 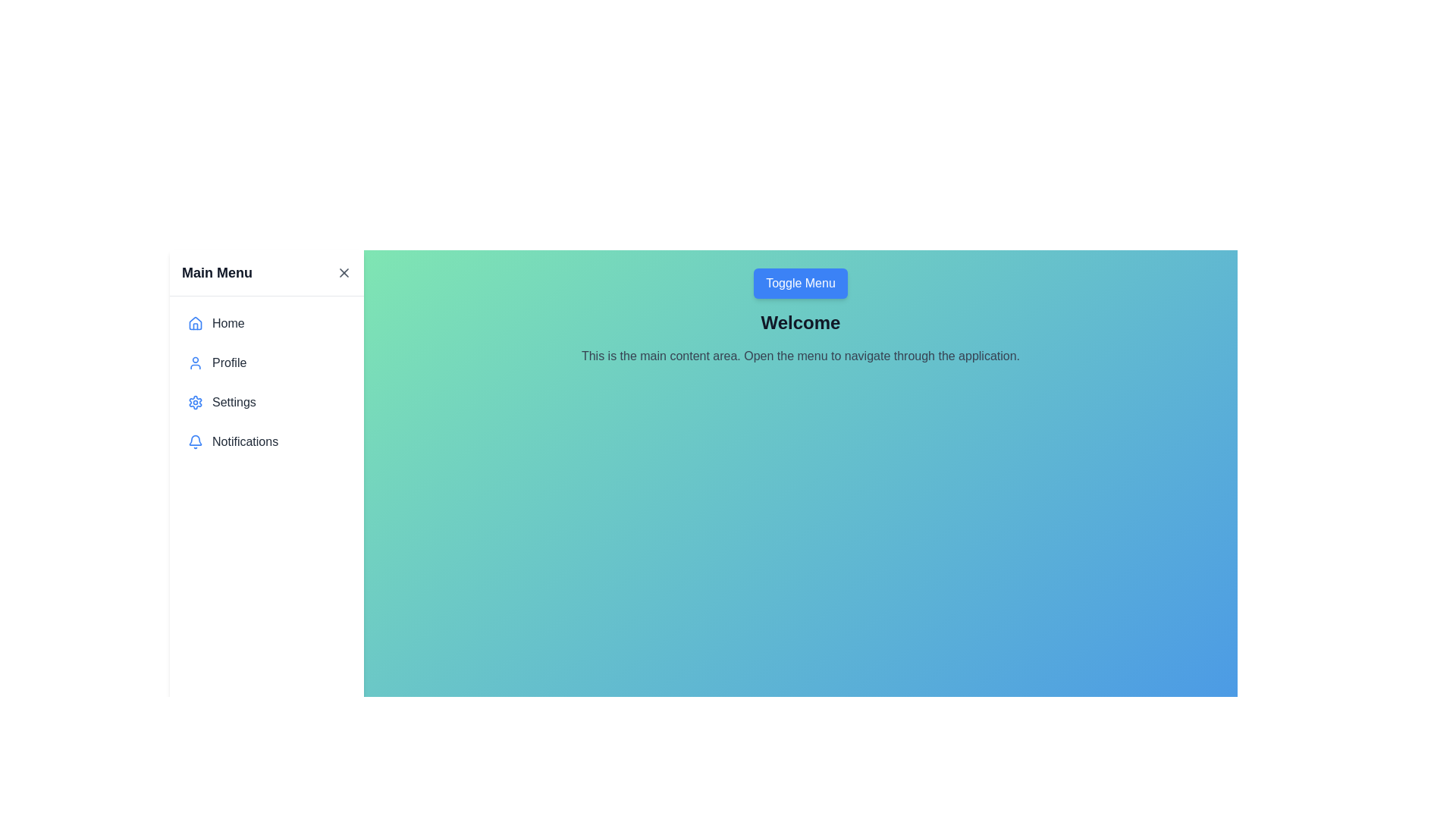 What do you see at coordinates (195, 362) in the screenshot?
I see `the user profile icon located in the sidebar menu under the 'Profile' label` at bounding box center [195, 362].